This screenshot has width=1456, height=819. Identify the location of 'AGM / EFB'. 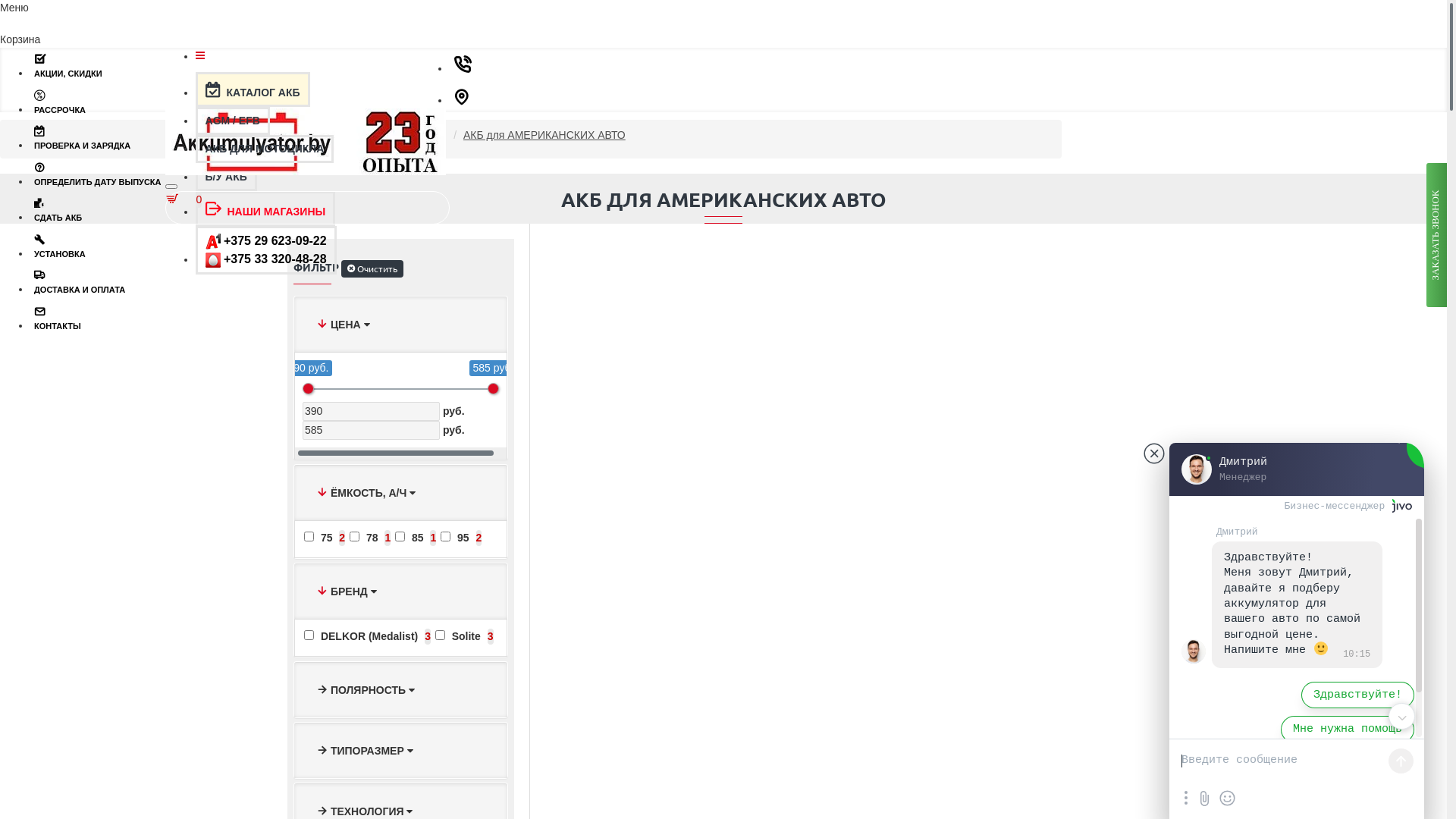
(195, 120).